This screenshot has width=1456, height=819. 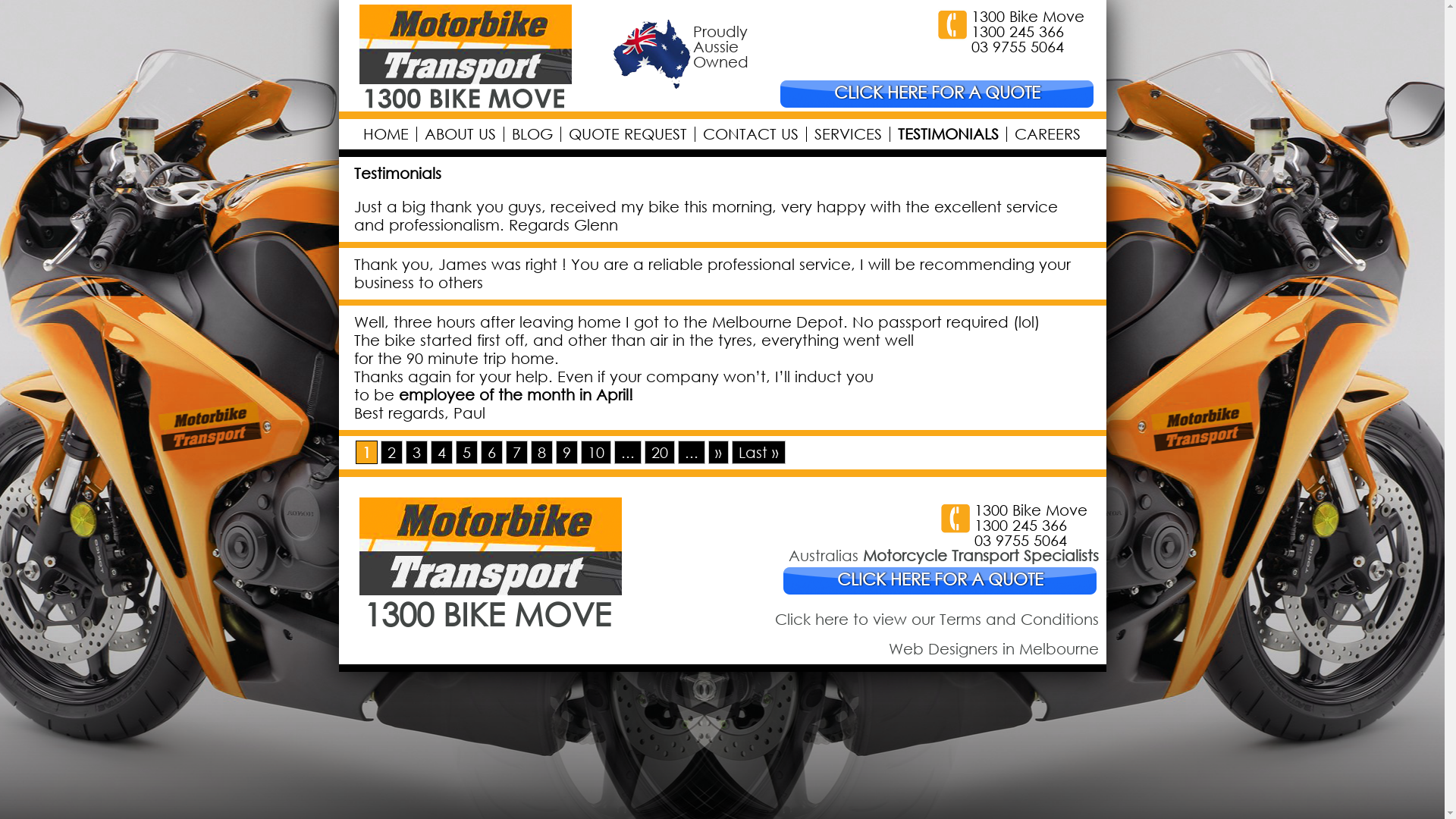 I want to click on 'CONTACT US', so click(x=750, y=133).